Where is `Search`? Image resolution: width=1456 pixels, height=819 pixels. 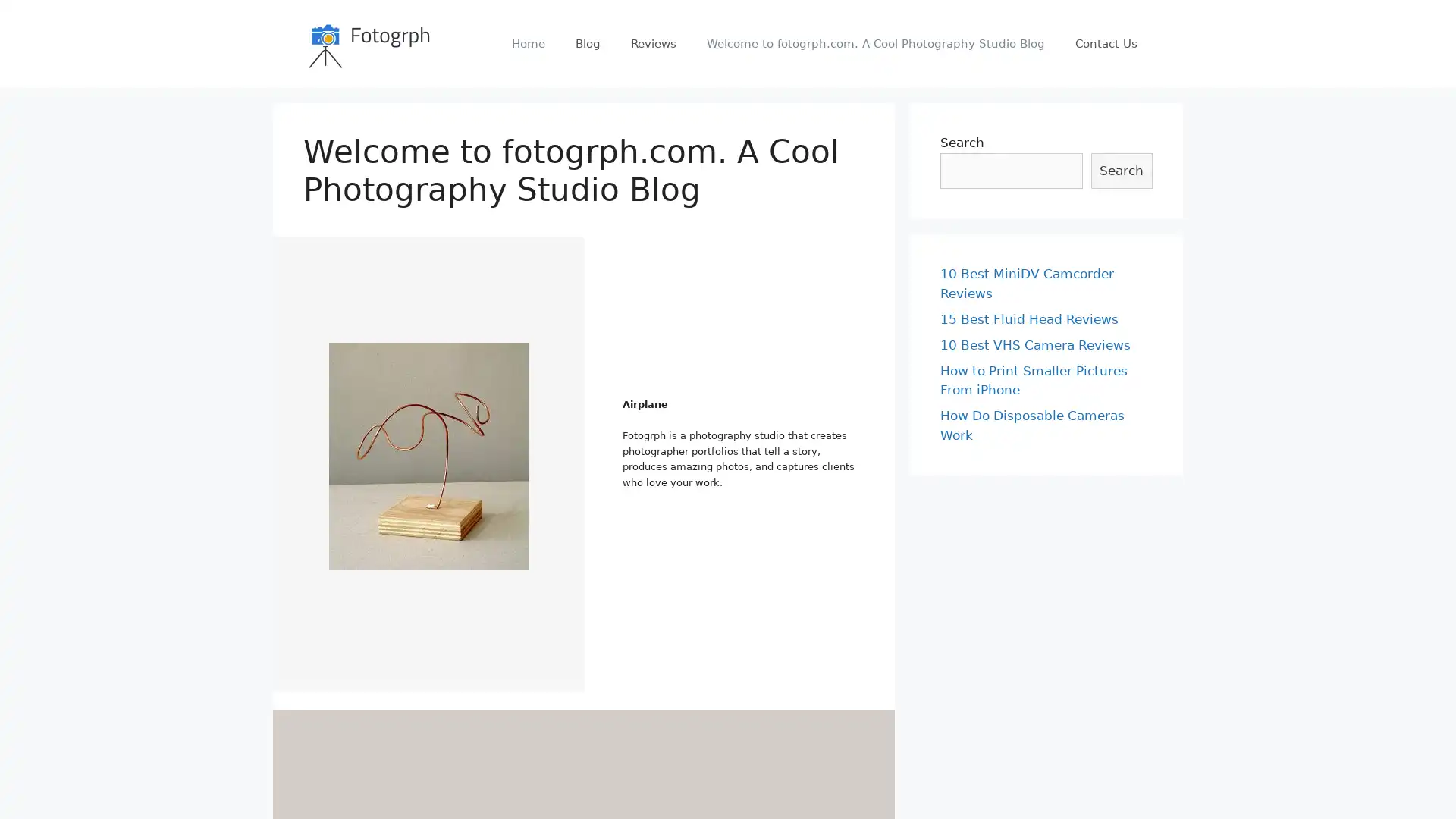
Search is located at coordinates (1121, 170).